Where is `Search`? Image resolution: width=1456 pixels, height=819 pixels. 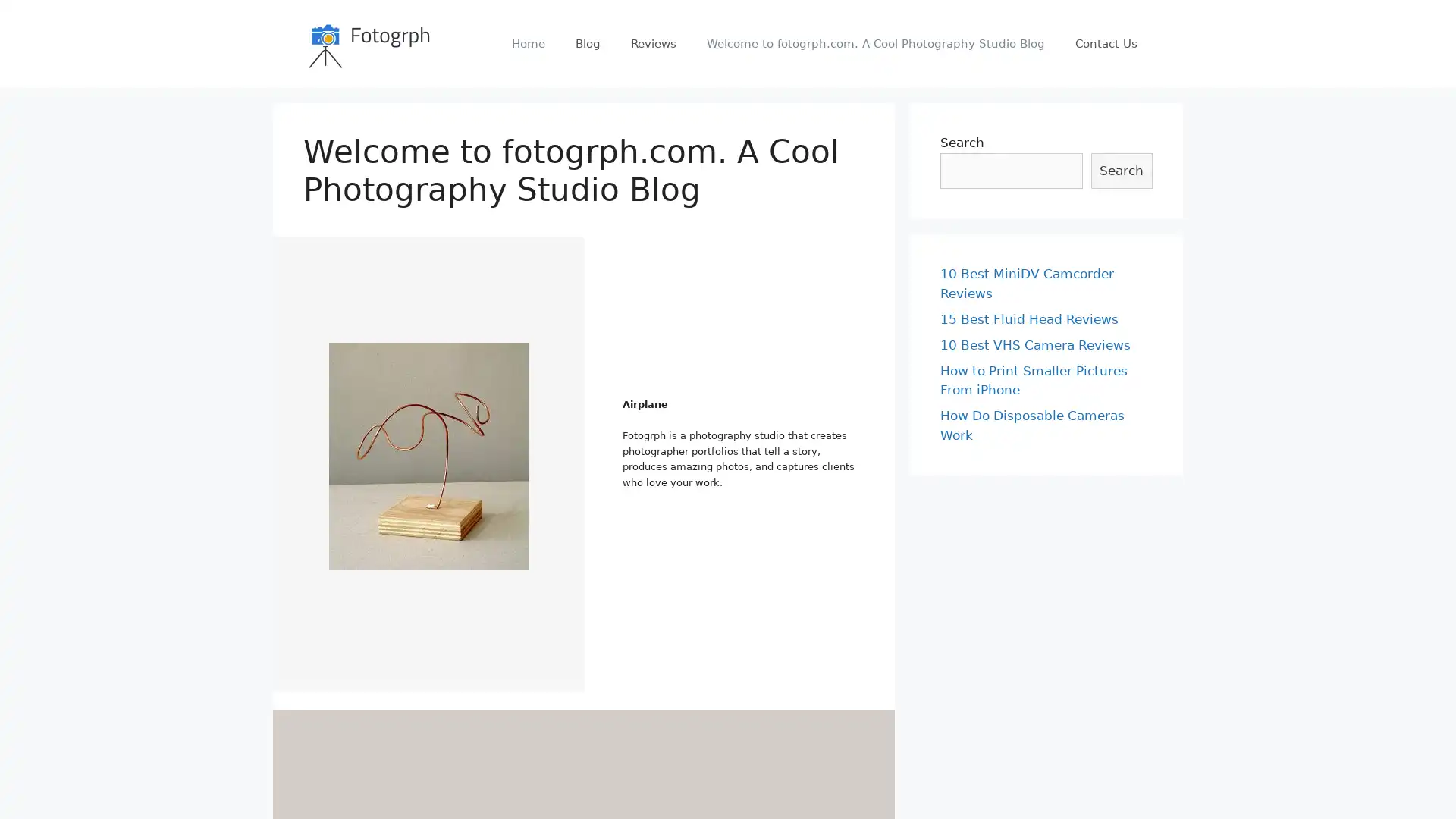
Search is located at coordinates (1121, 170).